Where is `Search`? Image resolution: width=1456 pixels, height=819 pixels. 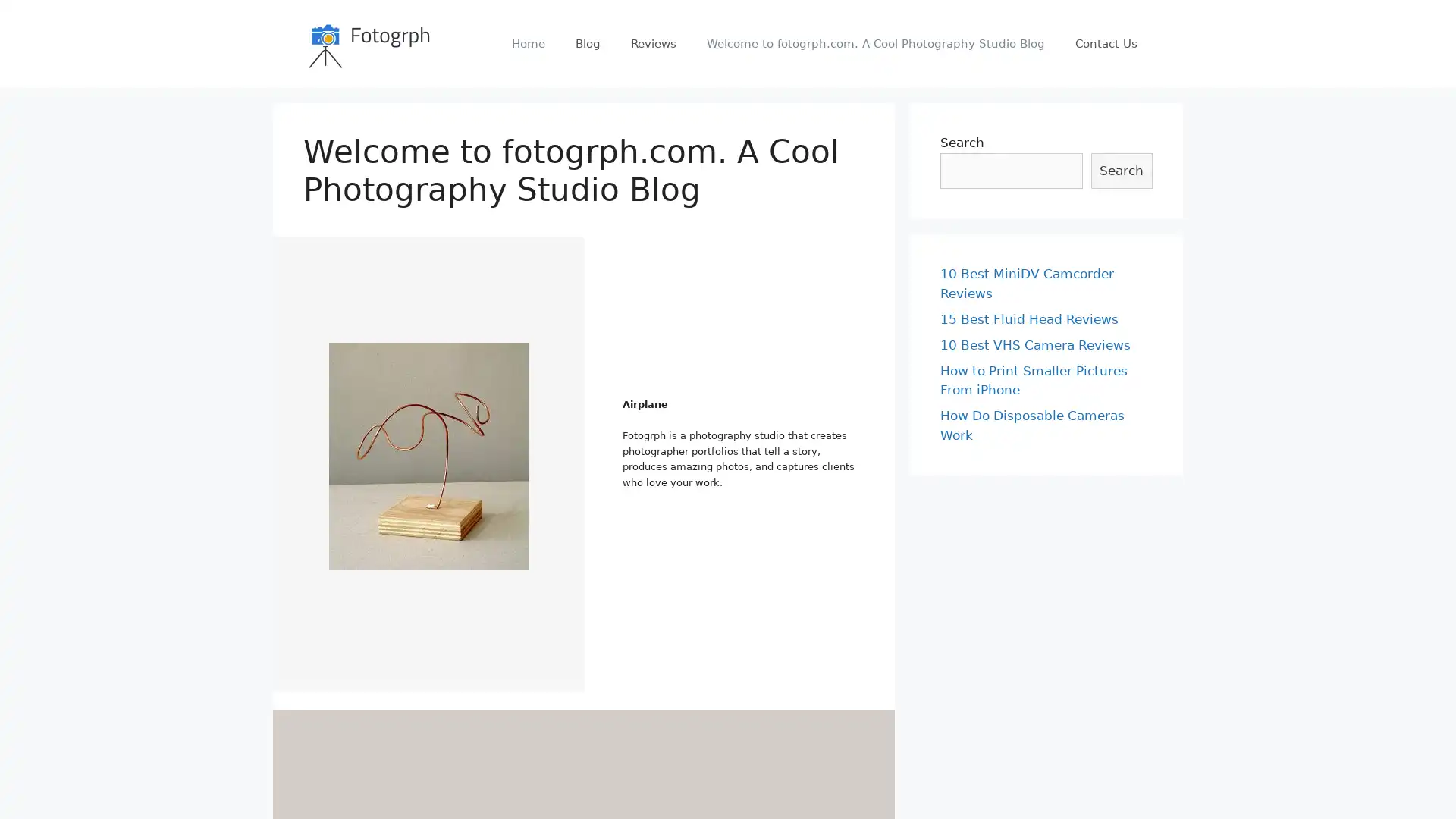
Search is located at coordinates (1121, 170).